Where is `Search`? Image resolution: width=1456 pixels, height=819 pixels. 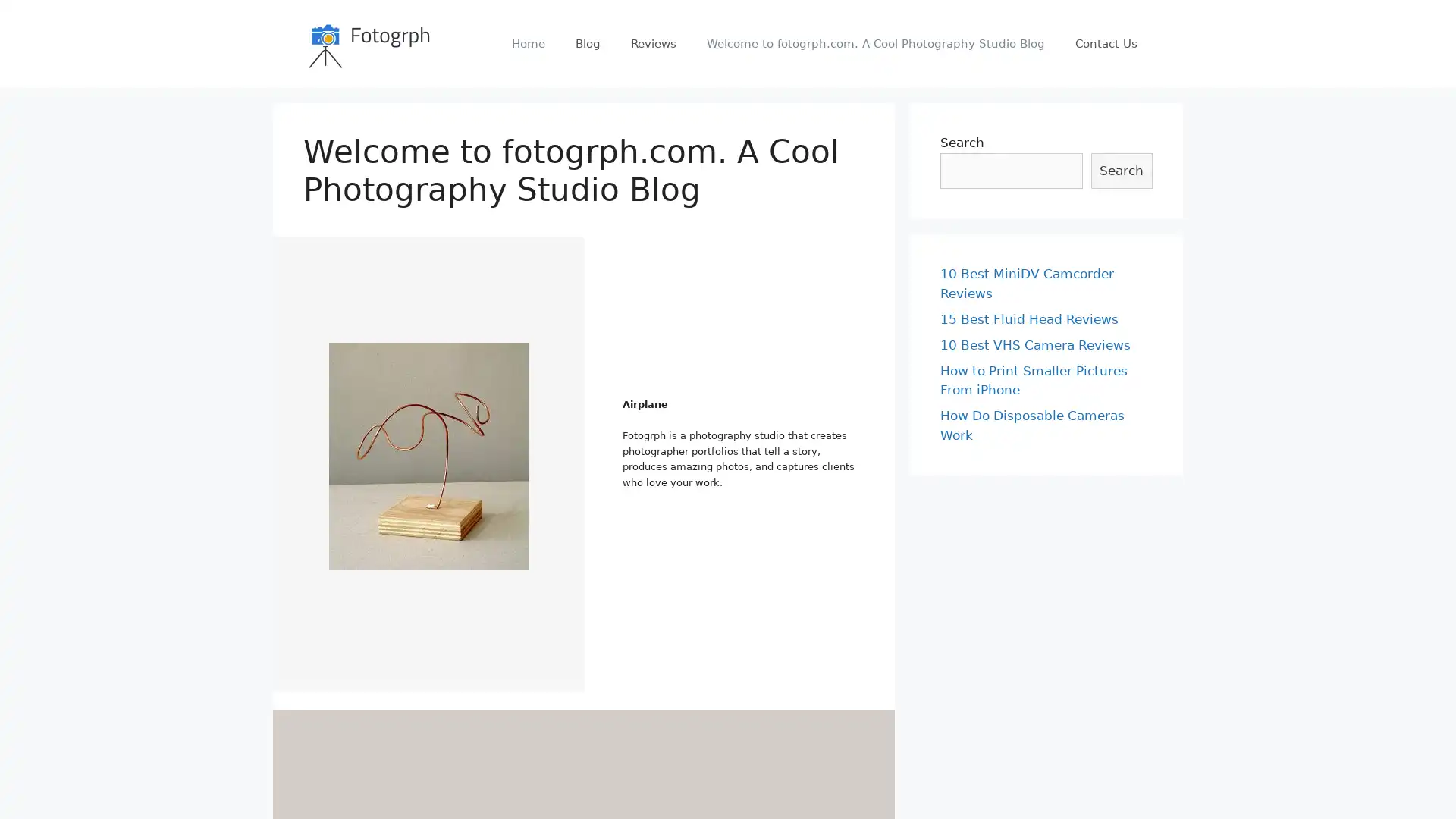
Search is located at coordinates (1121, 170).